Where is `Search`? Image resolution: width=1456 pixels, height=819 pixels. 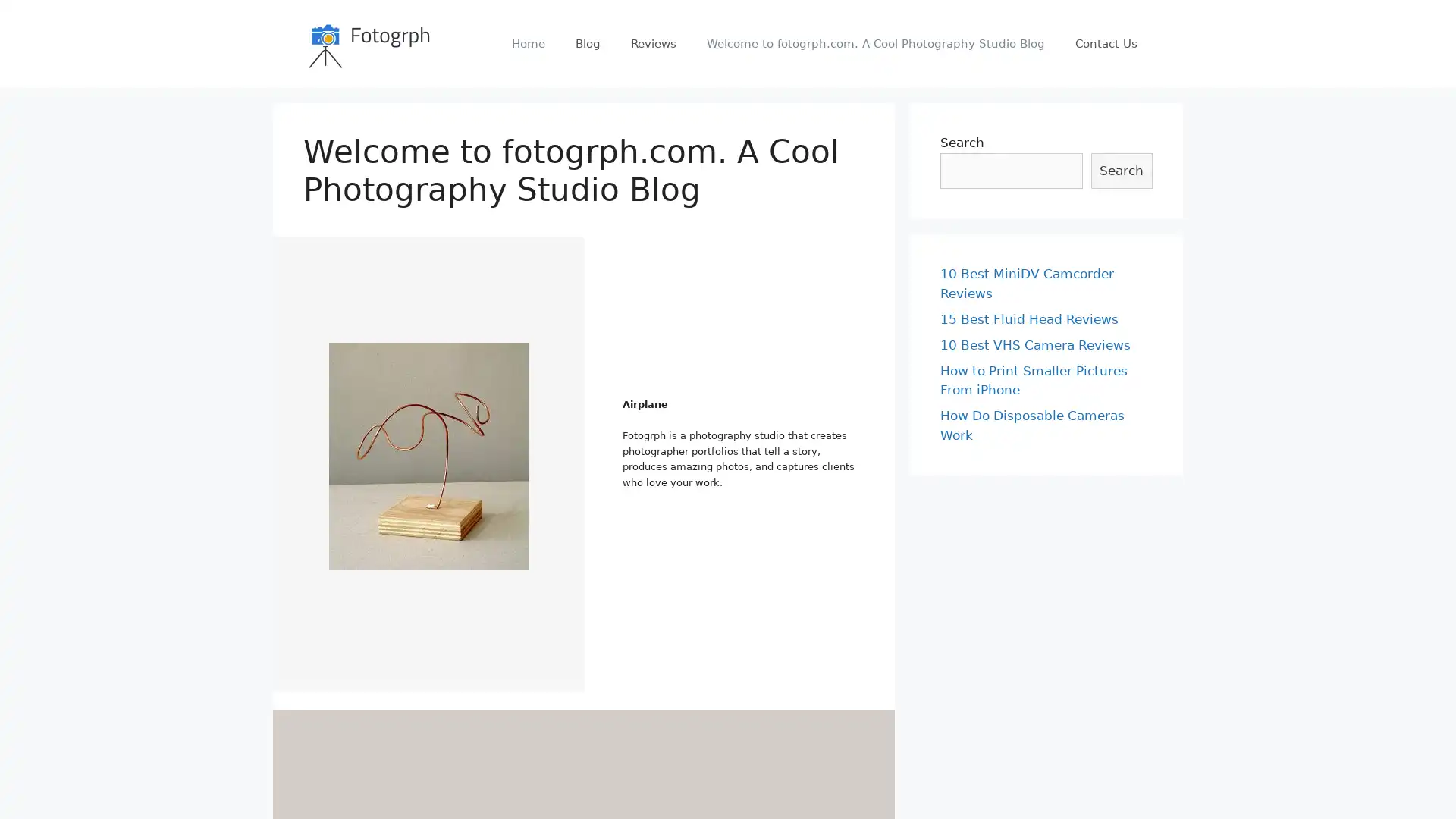
Search is located at coordinates (1121, 170).